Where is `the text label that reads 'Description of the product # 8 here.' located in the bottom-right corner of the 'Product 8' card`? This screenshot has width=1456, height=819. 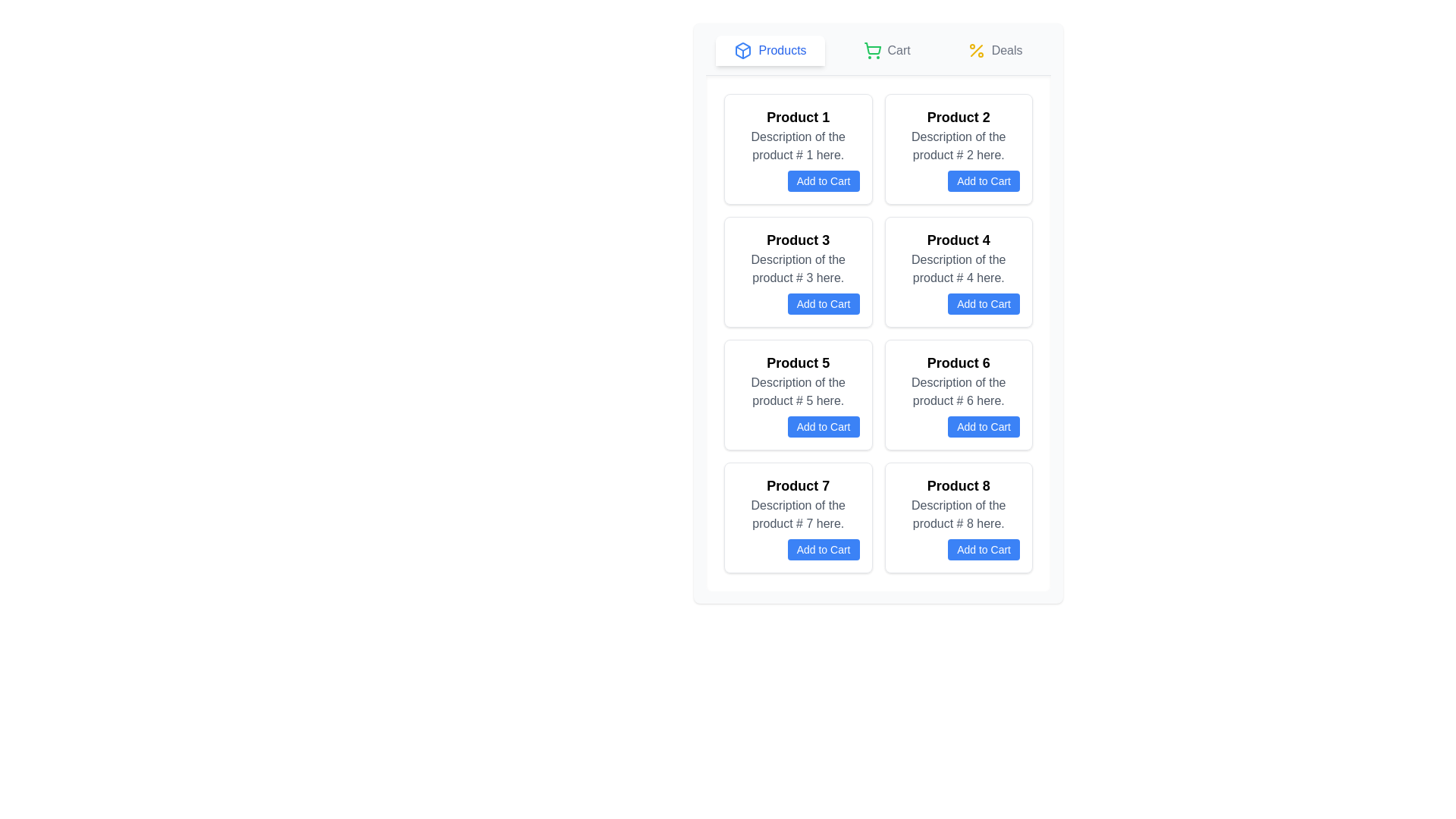
the text label that reads 'Description of the product # 8 here.' located in the bottom-right corner of the 'Product 8' card is located at coordinates (958, 513).